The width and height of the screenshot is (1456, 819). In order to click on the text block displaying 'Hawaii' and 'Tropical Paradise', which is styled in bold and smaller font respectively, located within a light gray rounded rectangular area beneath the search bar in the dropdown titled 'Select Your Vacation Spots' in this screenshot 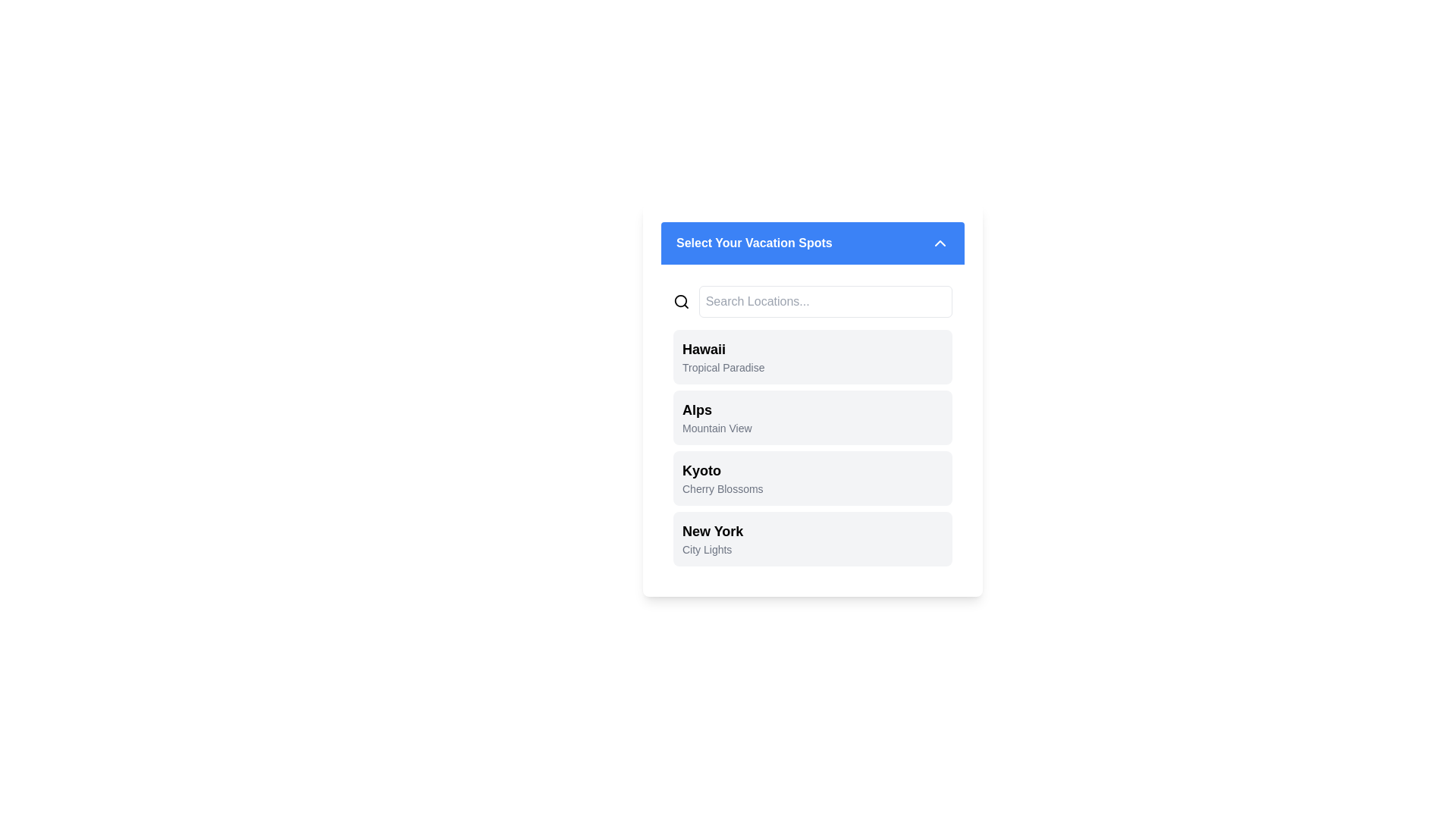, I will do `click(723, 356)`.